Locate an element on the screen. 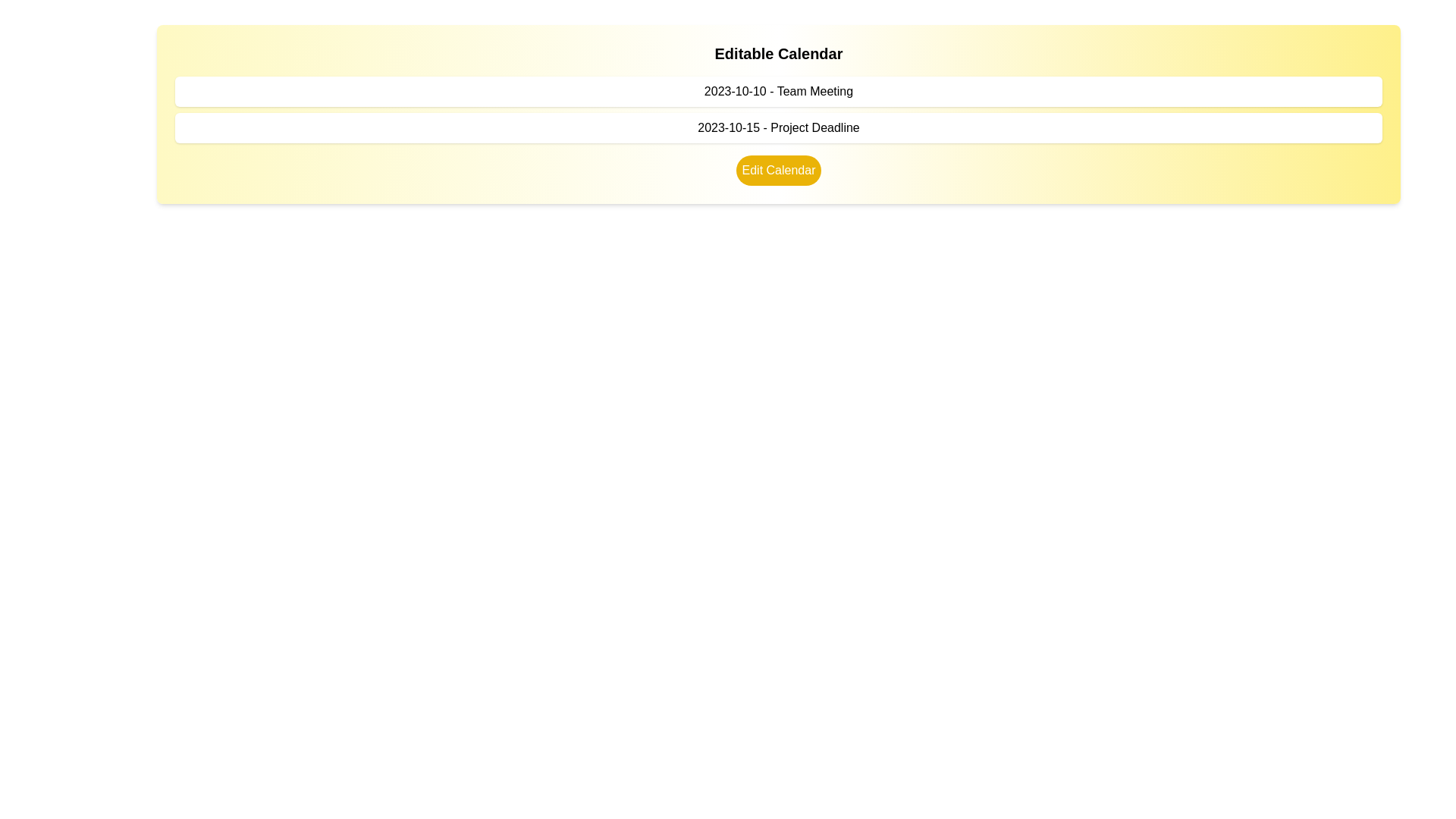 The image size is (1456, 819). the button located below the listed items '2023-10-10 - Team Meeting' and '2023-10-15 - Project Deadline' in the main calendar section is located at coordinates (779, 170).